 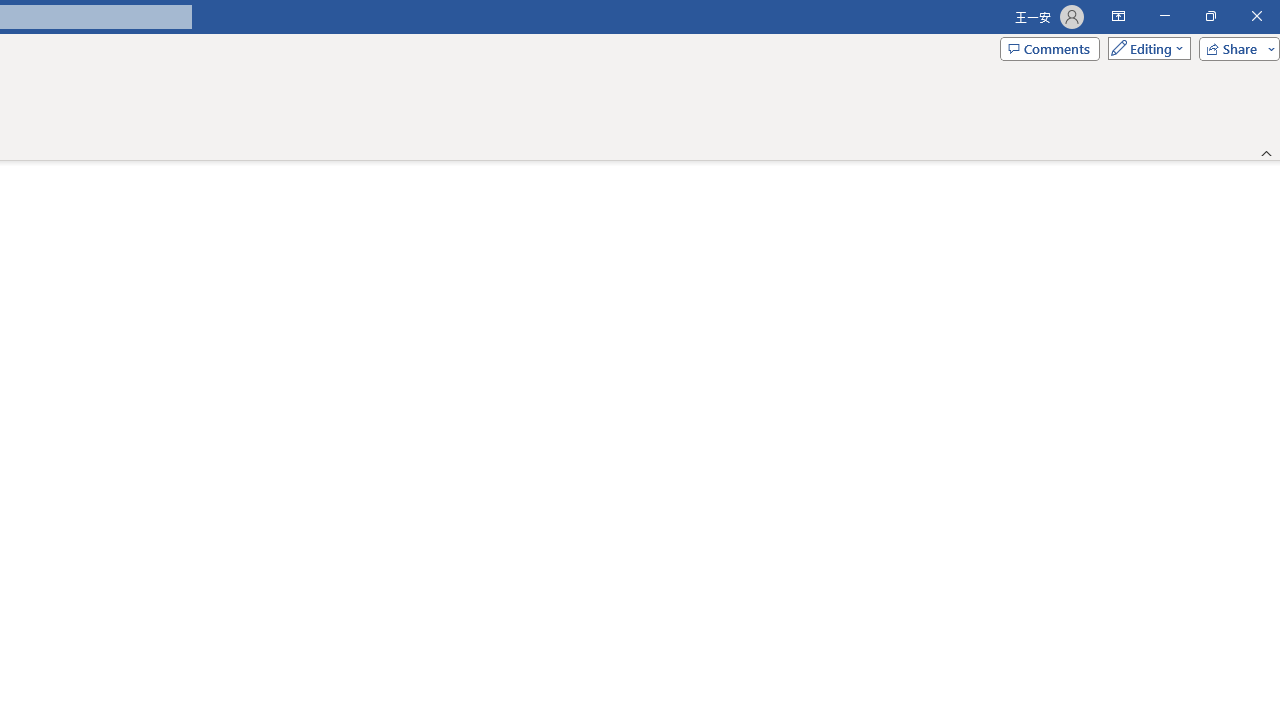 I want to click on 'Close', so click(x=1255, y=16).